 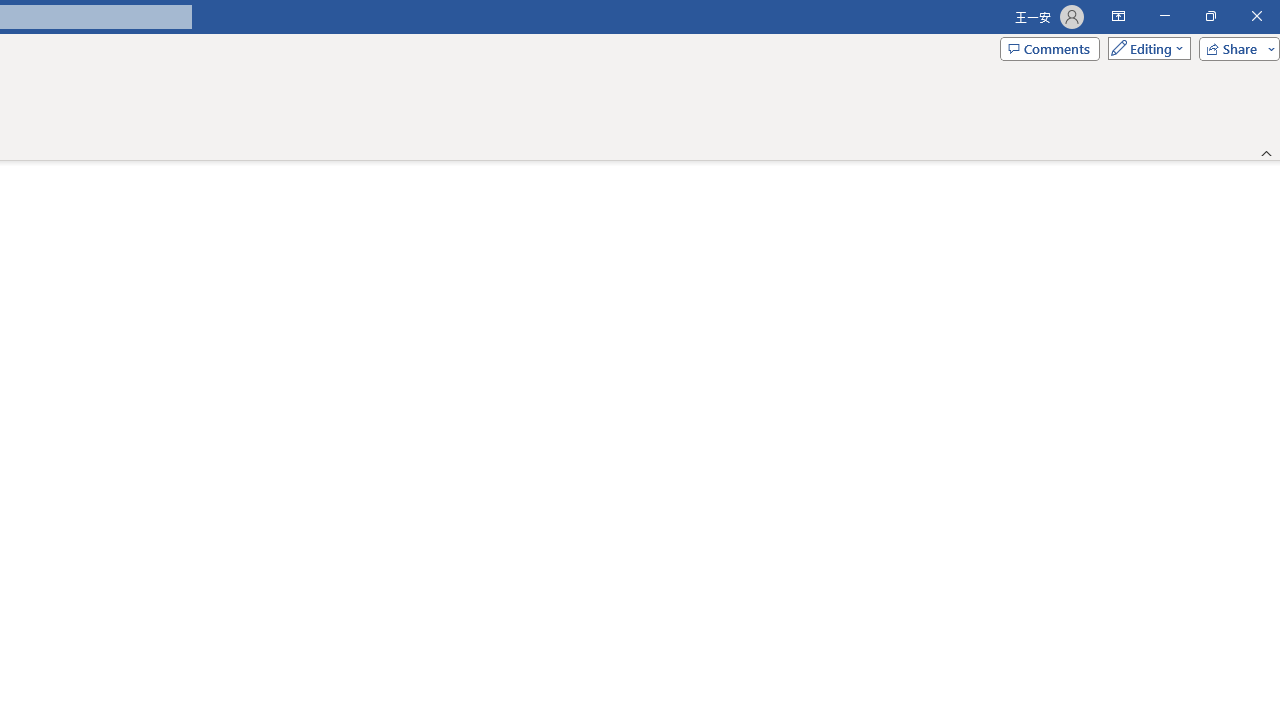 I want to click on 'Close', so click(x=1255, y=16).